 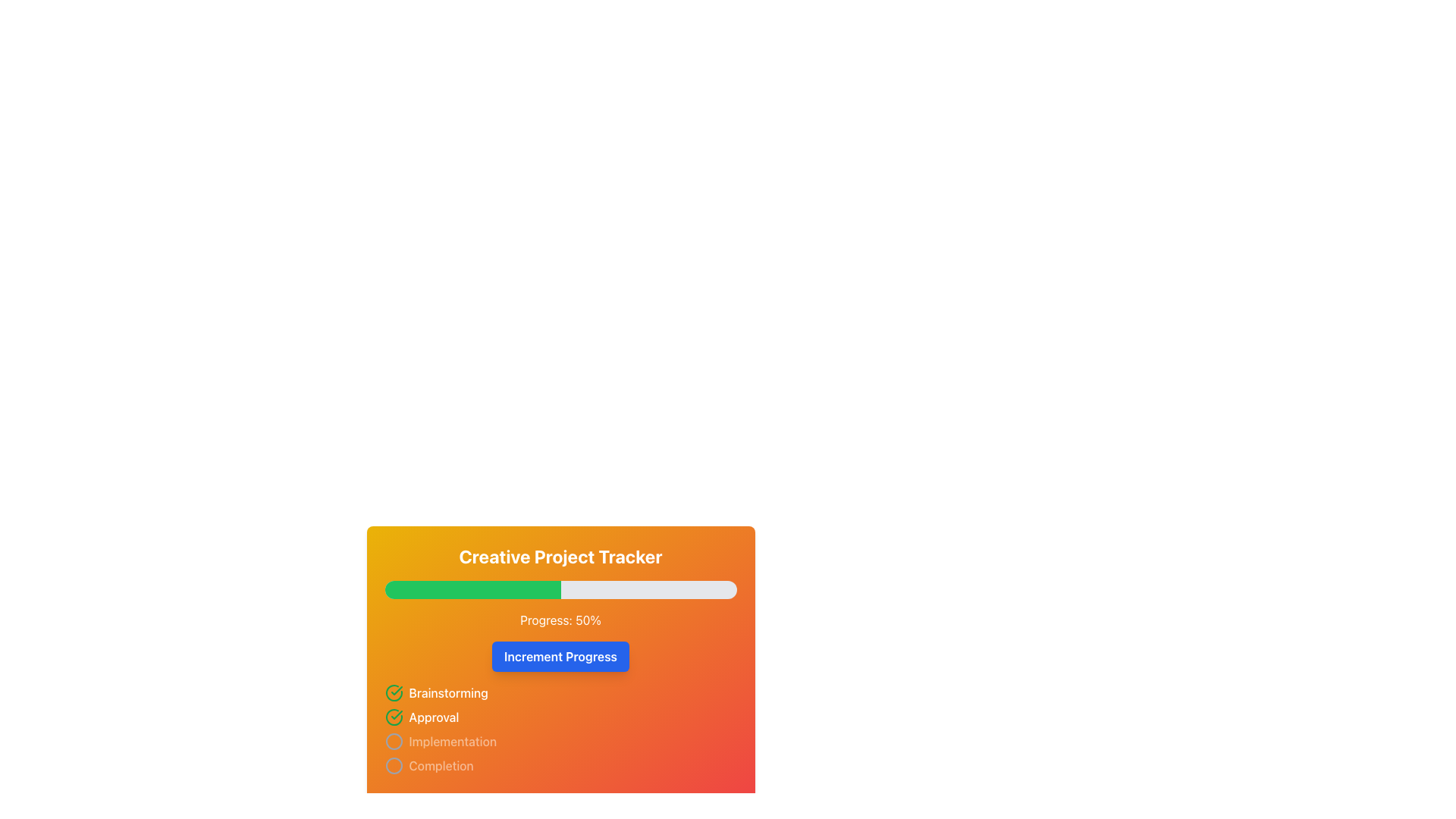 I want to click on the SVG graphic that indicates the 'Completion' stage in the project tracking list, so click(x=394, y=766).